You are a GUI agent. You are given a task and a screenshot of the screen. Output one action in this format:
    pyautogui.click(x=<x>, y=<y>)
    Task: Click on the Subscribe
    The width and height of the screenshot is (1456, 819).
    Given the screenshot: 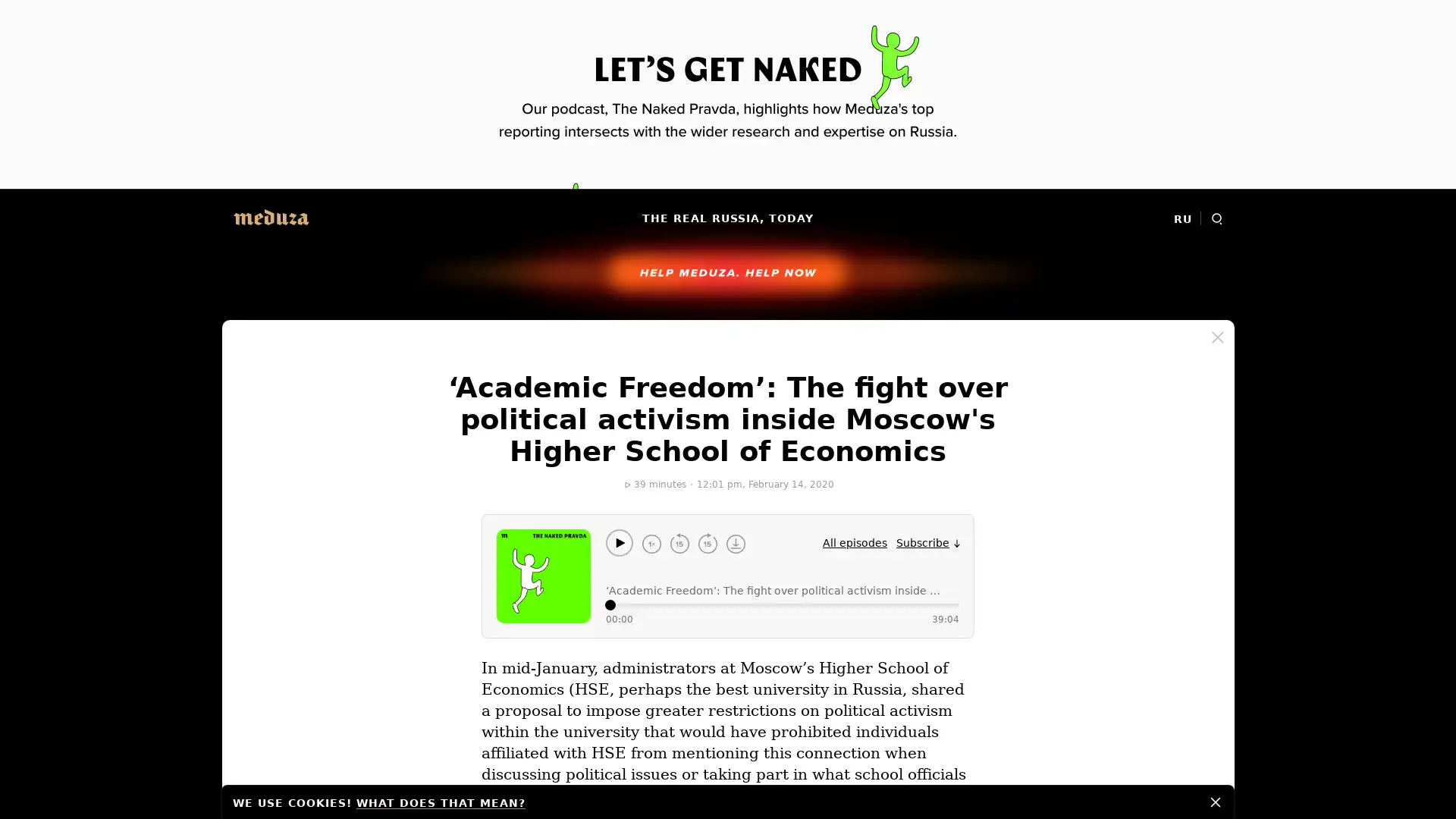 What is the action you would take?
    pyautogui.click(x=927, y=542)
    